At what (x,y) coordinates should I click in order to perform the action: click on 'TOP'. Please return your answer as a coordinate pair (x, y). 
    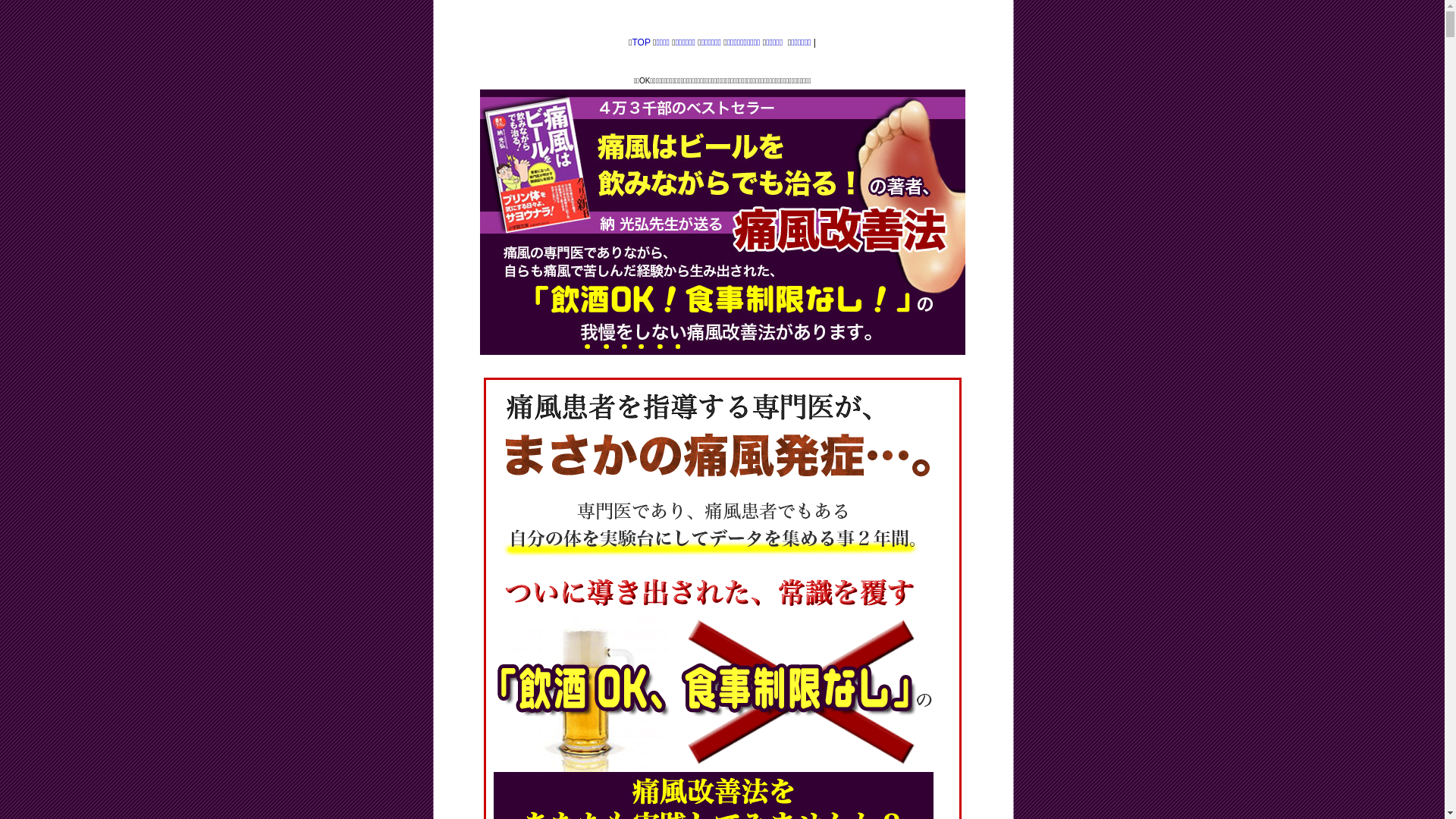
    Looking at the image, I should click on (640, 42).